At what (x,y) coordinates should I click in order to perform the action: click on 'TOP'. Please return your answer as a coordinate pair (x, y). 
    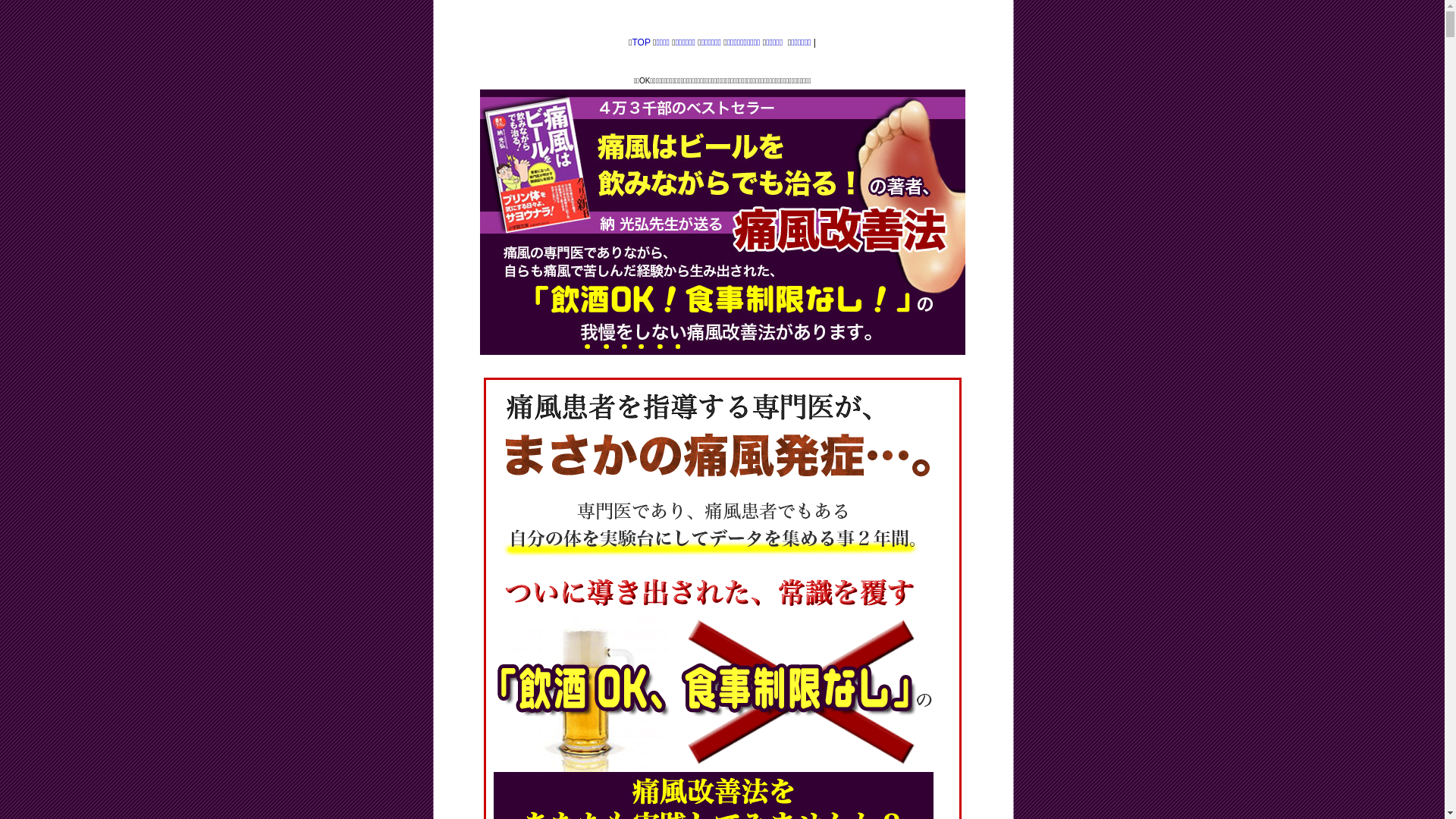
    Looking at the image, I should click on (640, 42).